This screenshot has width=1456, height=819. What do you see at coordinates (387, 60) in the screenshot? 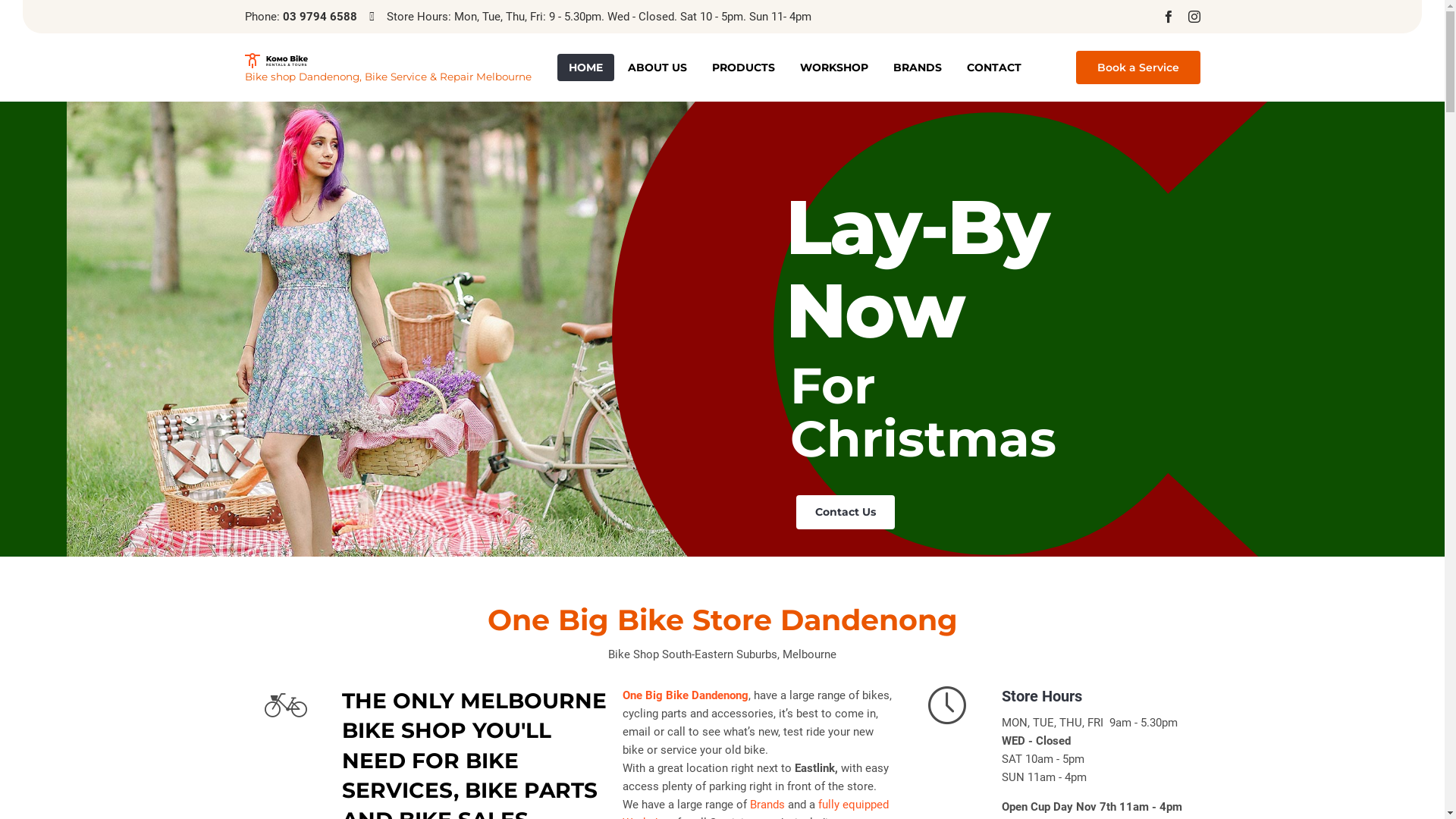
I see `'One Big Bike Store'` at bounding box center [387, 60].